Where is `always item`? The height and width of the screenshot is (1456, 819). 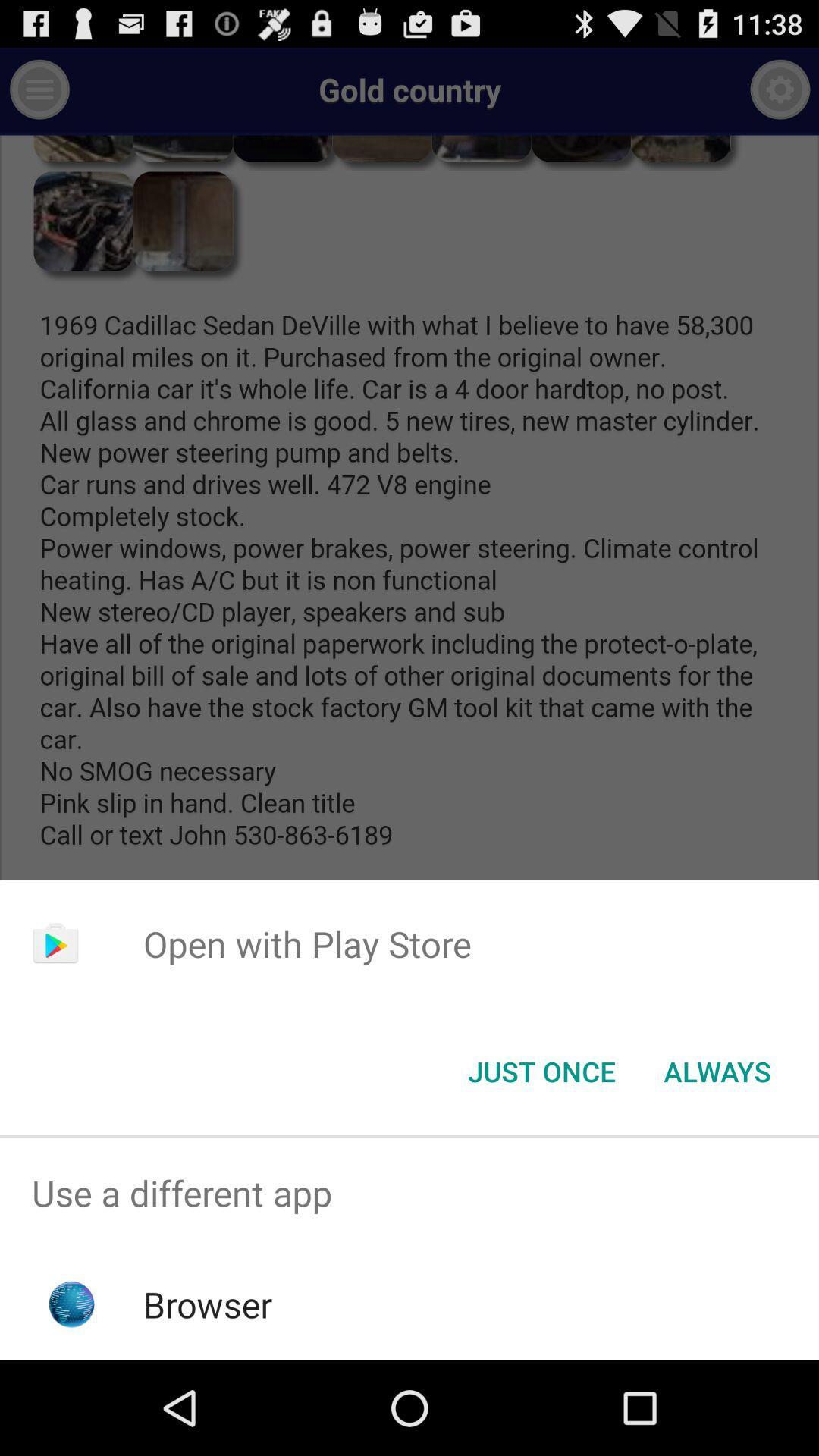
always item is located at coordinates (717, 1070).